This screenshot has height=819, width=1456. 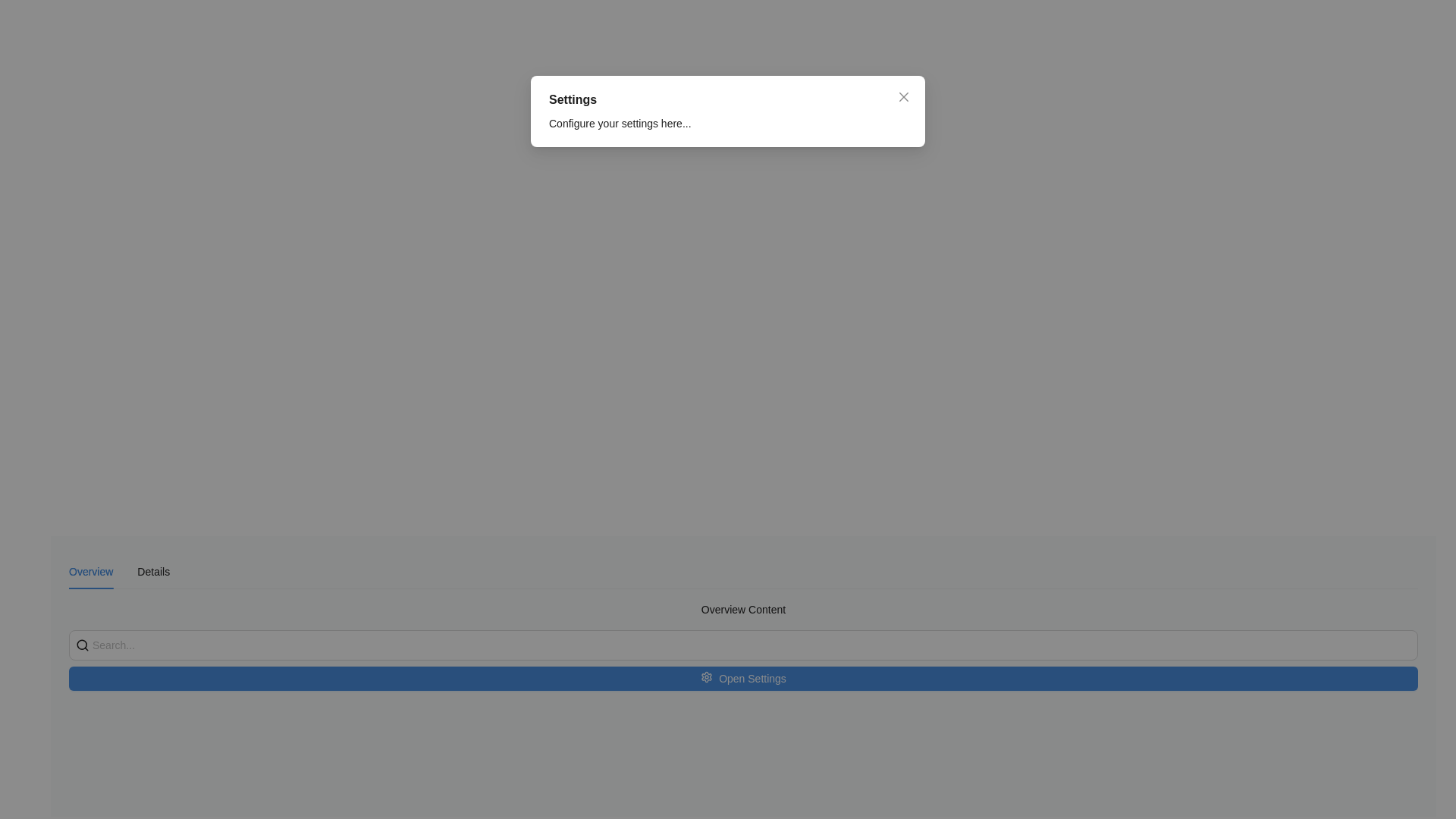 What do you see at coordinates (153, 571) in the screenshot?
I see `the 'Details' tab located in the top navigation bar, which is styled with a standard tab design and positioned next to the 'Overview' tab` at bounding box center [153, 571].